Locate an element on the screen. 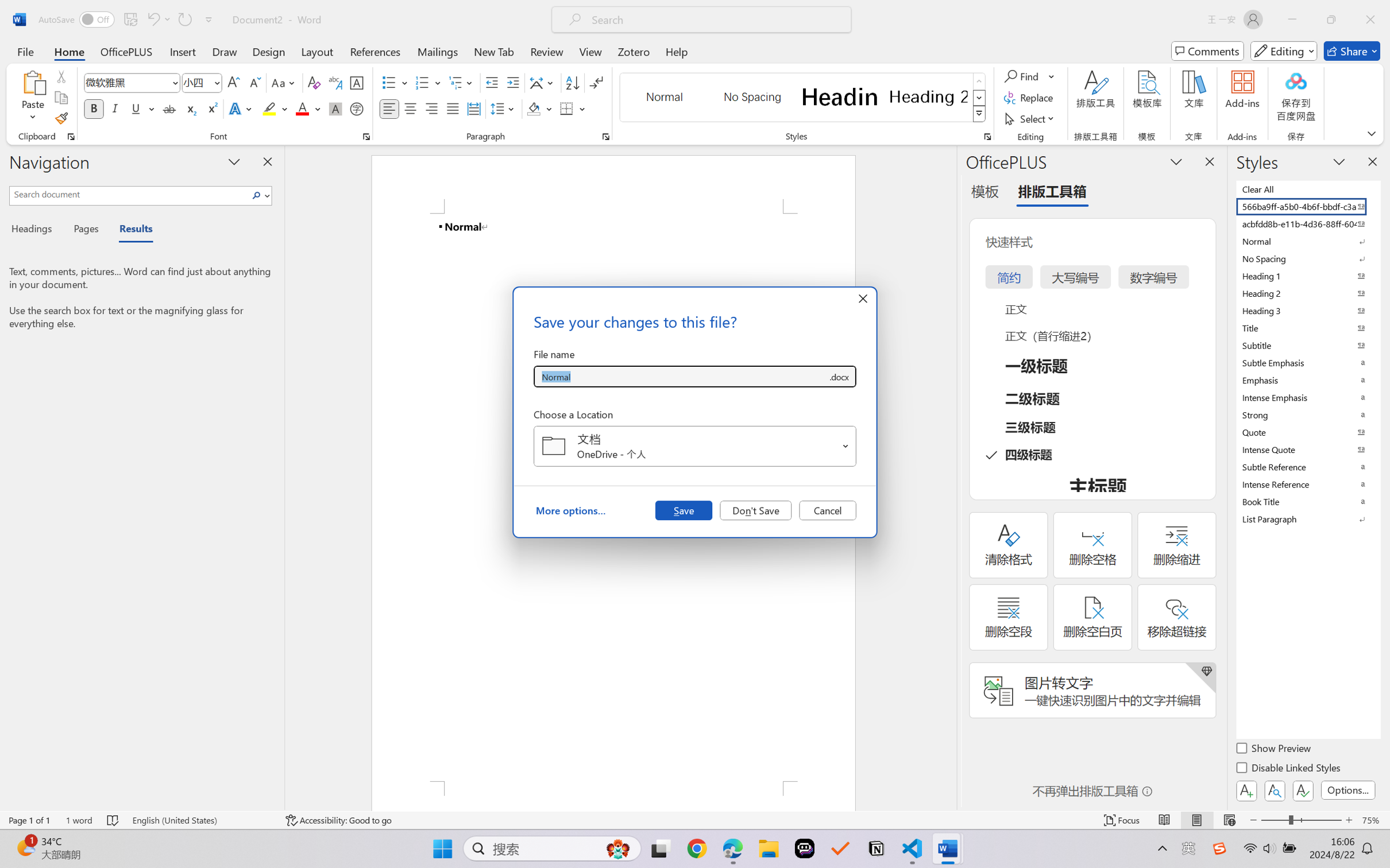 The height and width of the screenshot is (868, 1390). 'Center' is located at coordinates (410, 108).